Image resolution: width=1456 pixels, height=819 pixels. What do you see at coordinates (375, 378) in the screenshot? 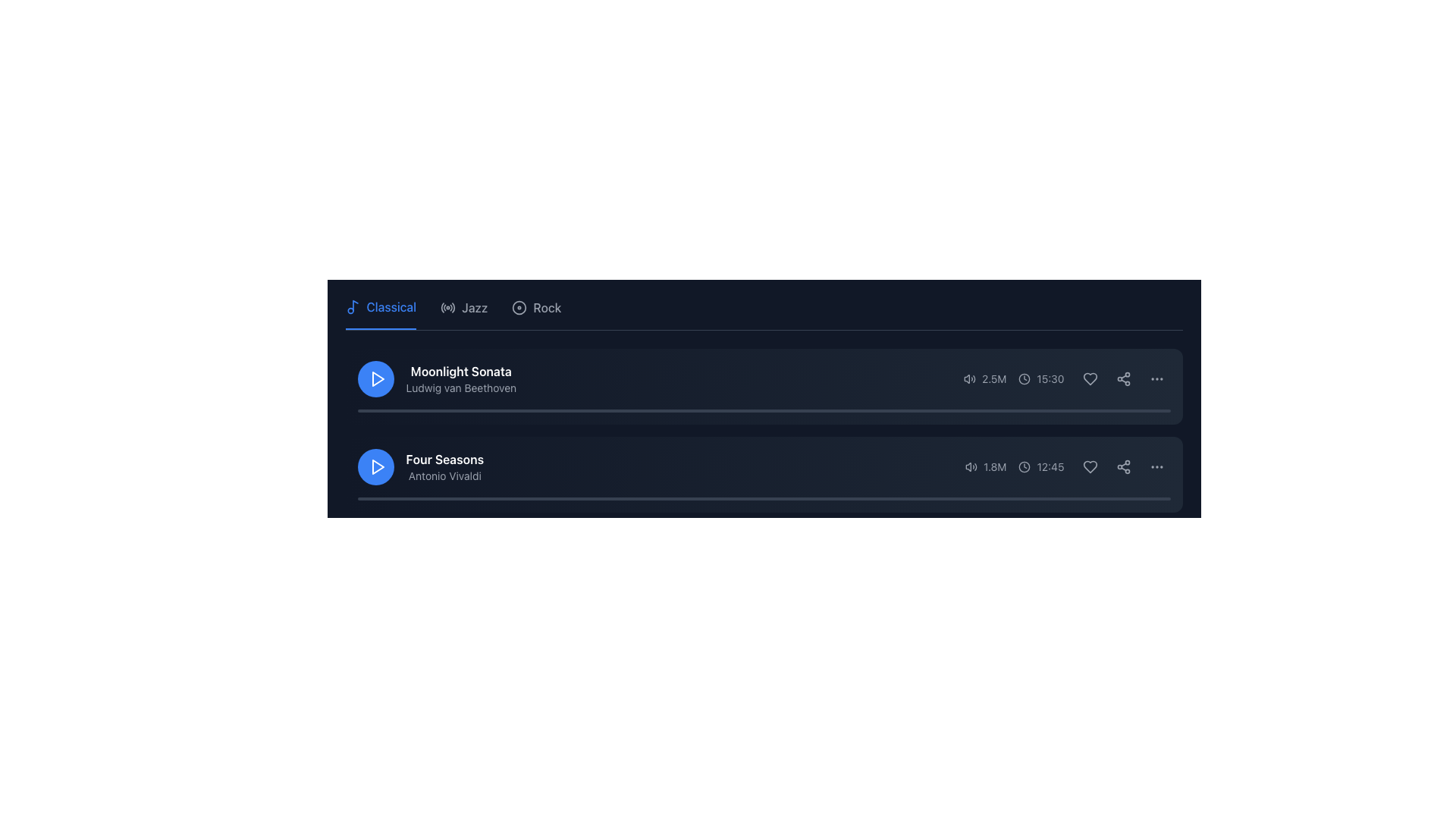
I see `the circular play button with a blue background and white play icon, located on the left side of the 'Moonlight Sonata' track, to prepare for activation` at bounding box center [375, 378].